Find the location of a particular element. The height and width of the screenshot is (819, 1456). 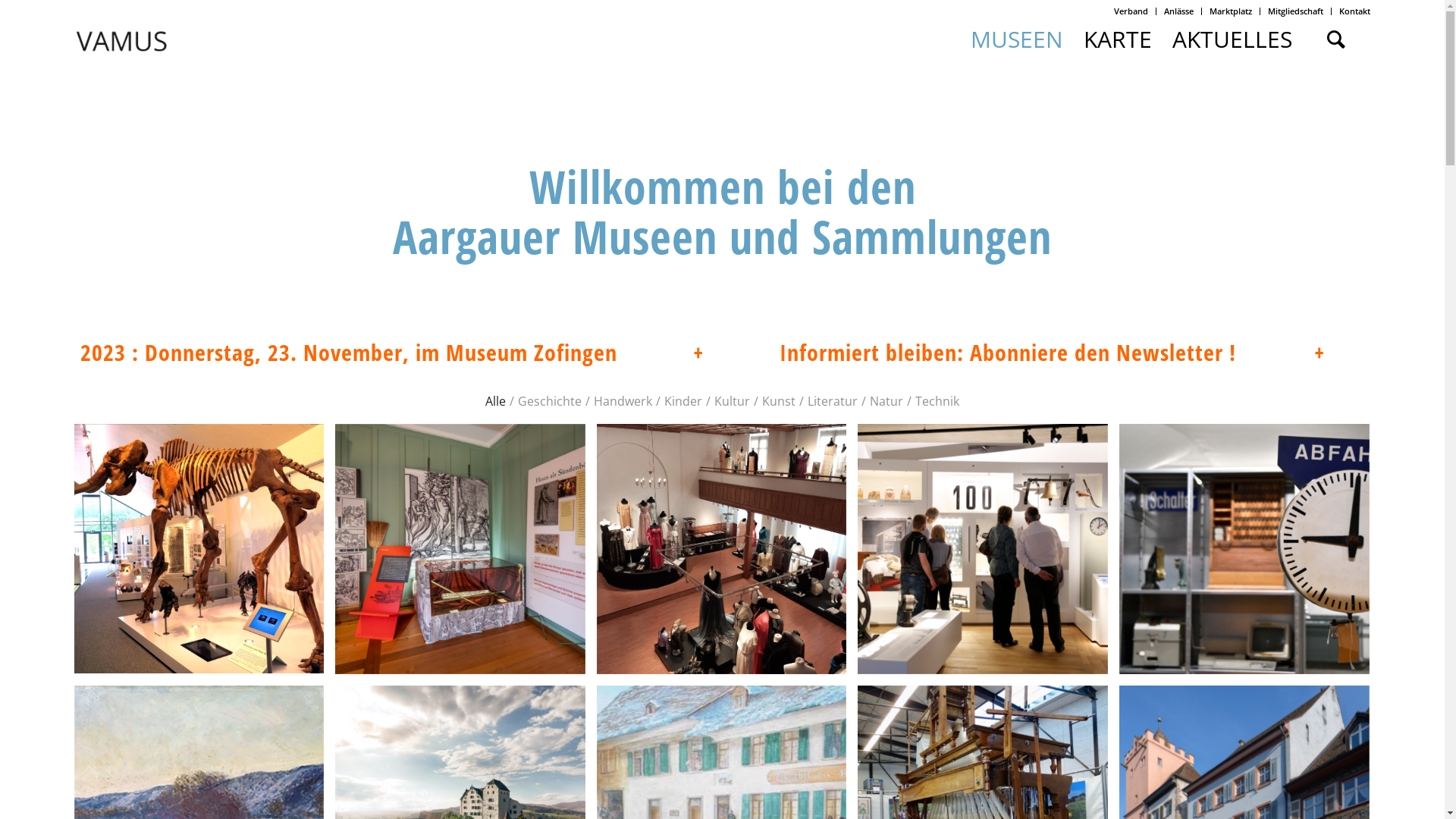

'Alle' is located at coordinates (495, 381).